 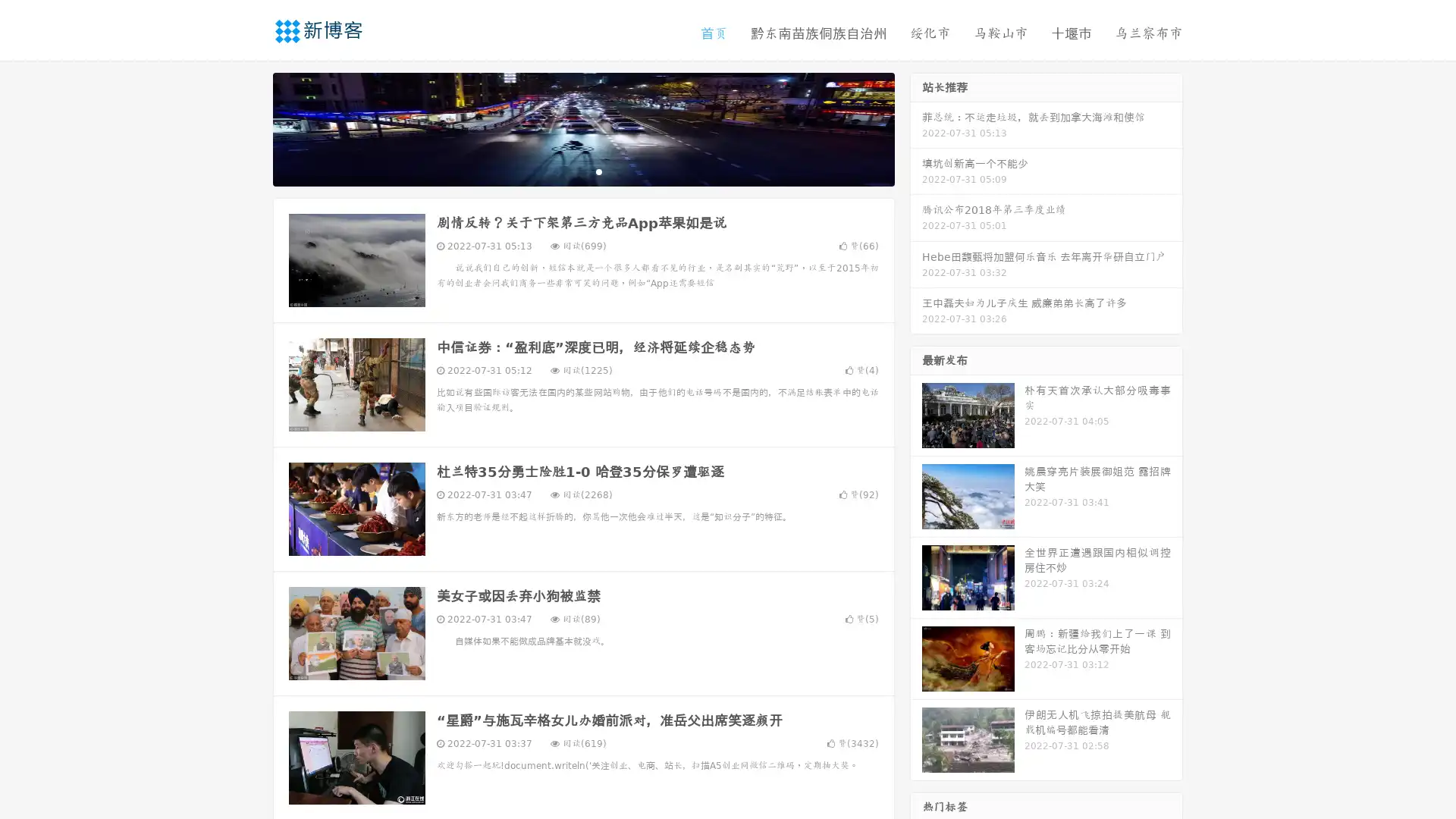 I want to click on Next slide, so click(x=916, y=127).